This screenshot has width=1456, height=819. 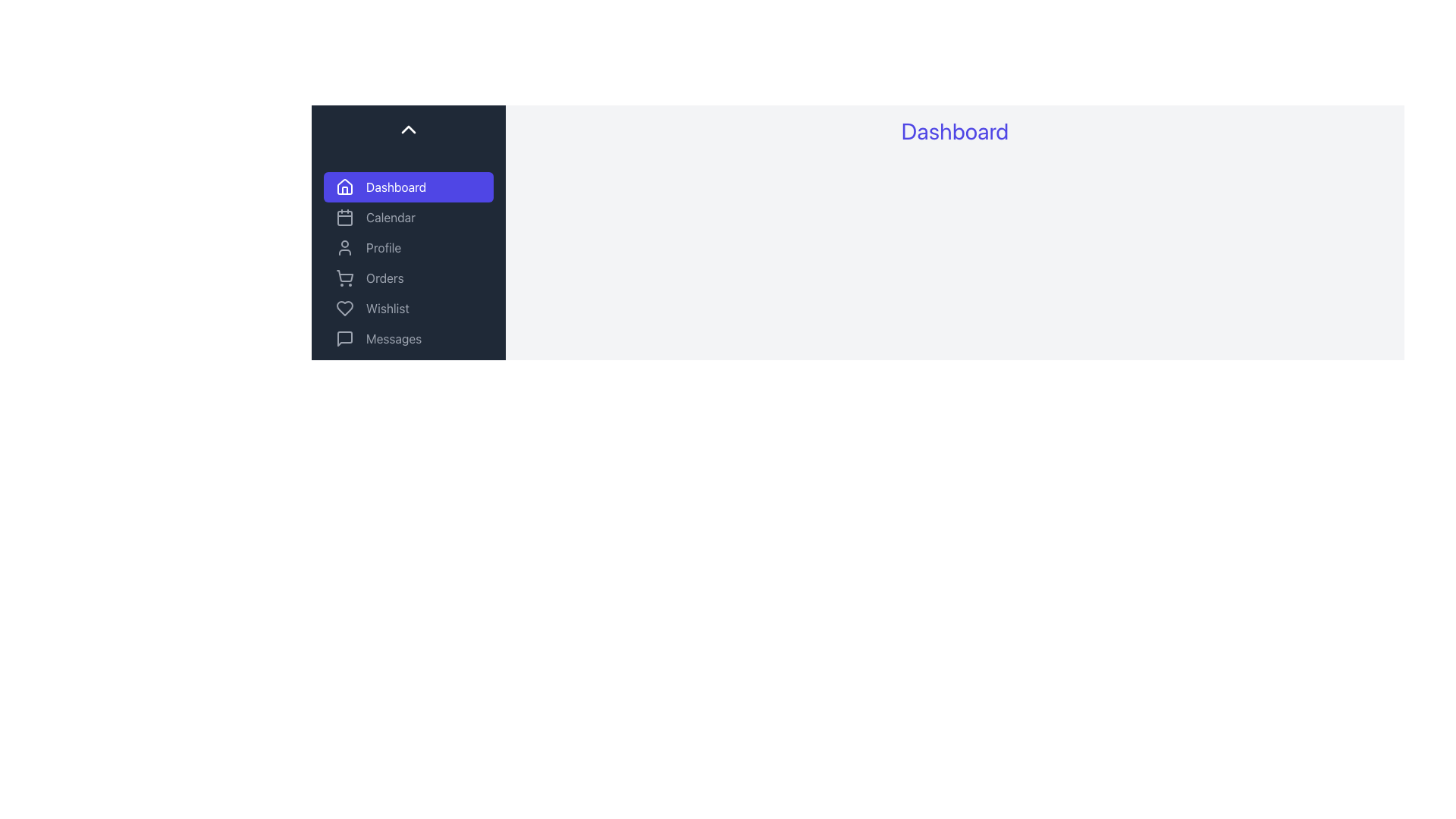 I want to click on the calendar-shaped icon with gray lines and rounded corners, so click(x=344, y=217).